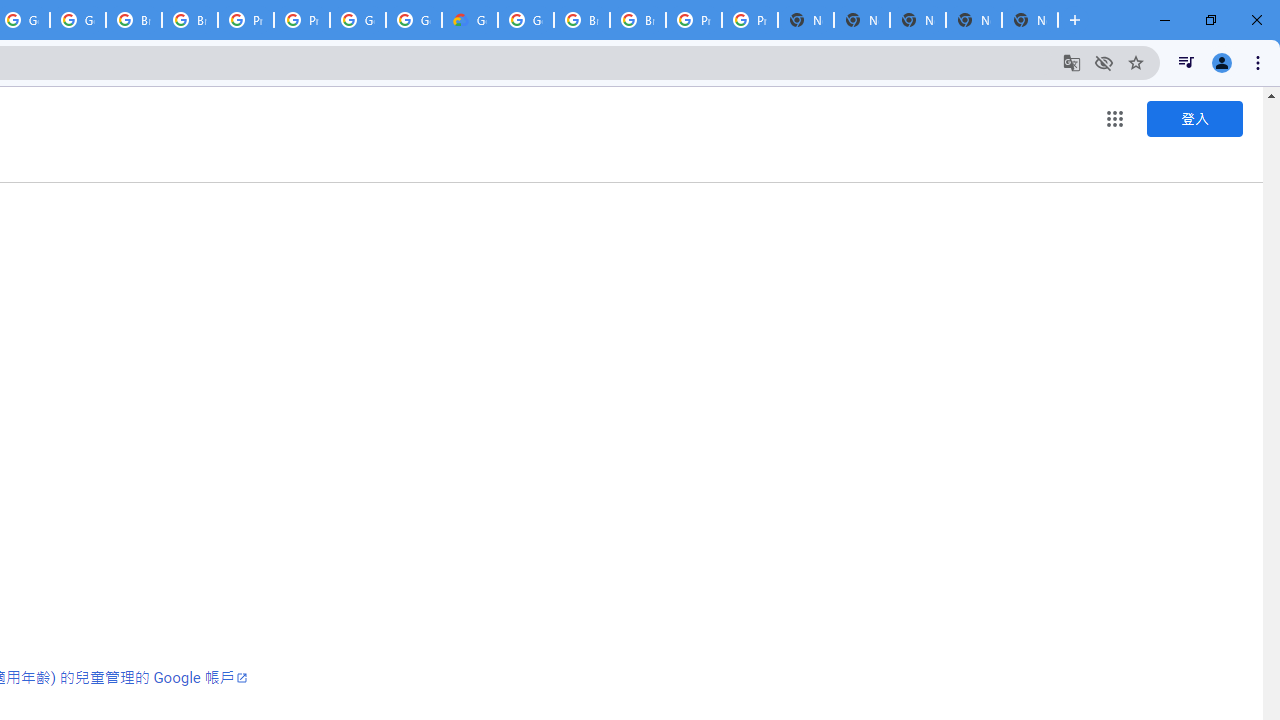  I want to click on 'Browse Chrome as a guest - Computer - Google Chrome Help', so click(581, 20).